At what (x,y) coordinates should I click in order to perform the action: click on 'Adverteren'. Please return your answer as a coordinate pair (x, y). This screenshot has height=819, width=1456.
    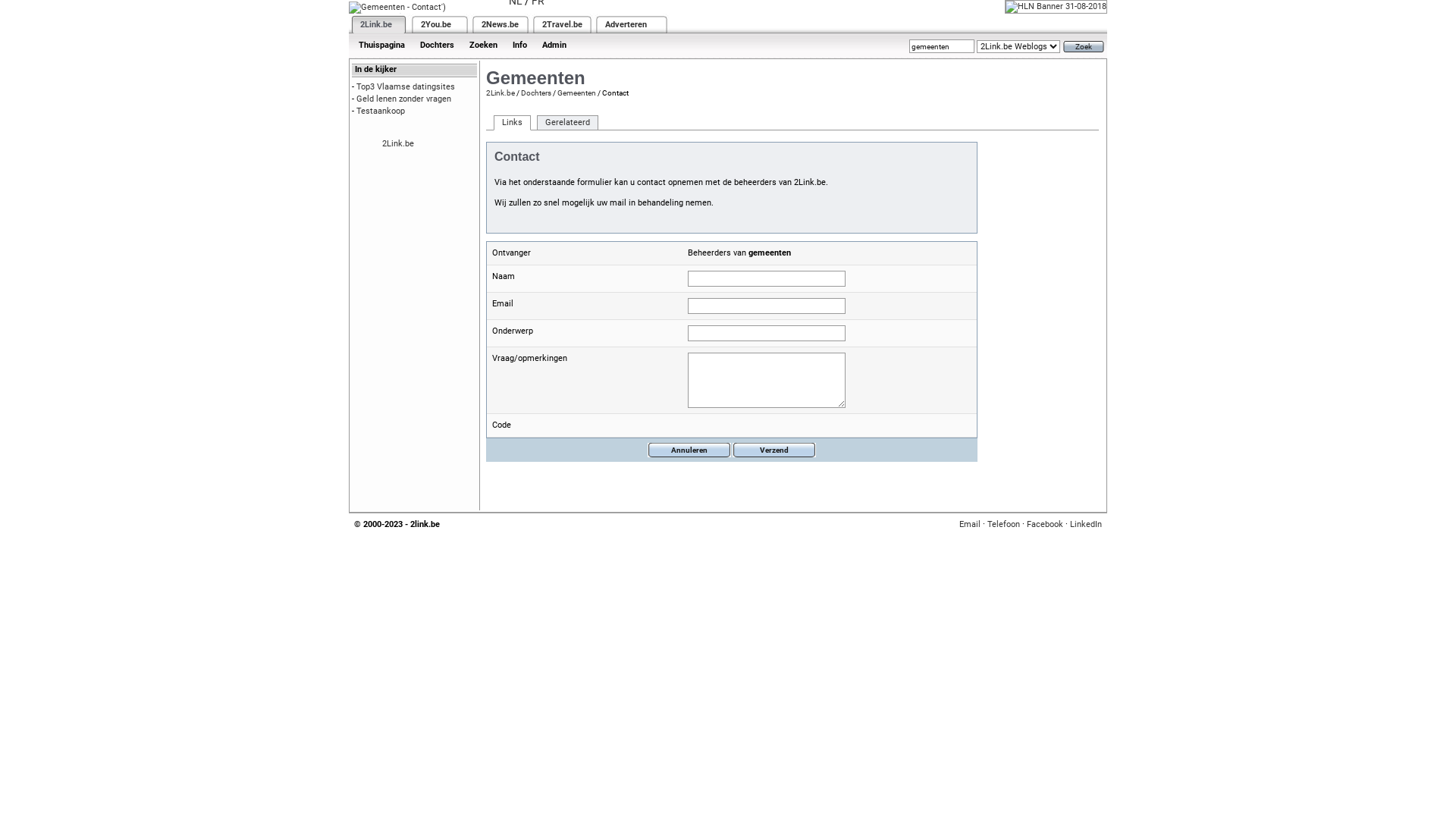
    Looking at the image, I should click on (626, 24).